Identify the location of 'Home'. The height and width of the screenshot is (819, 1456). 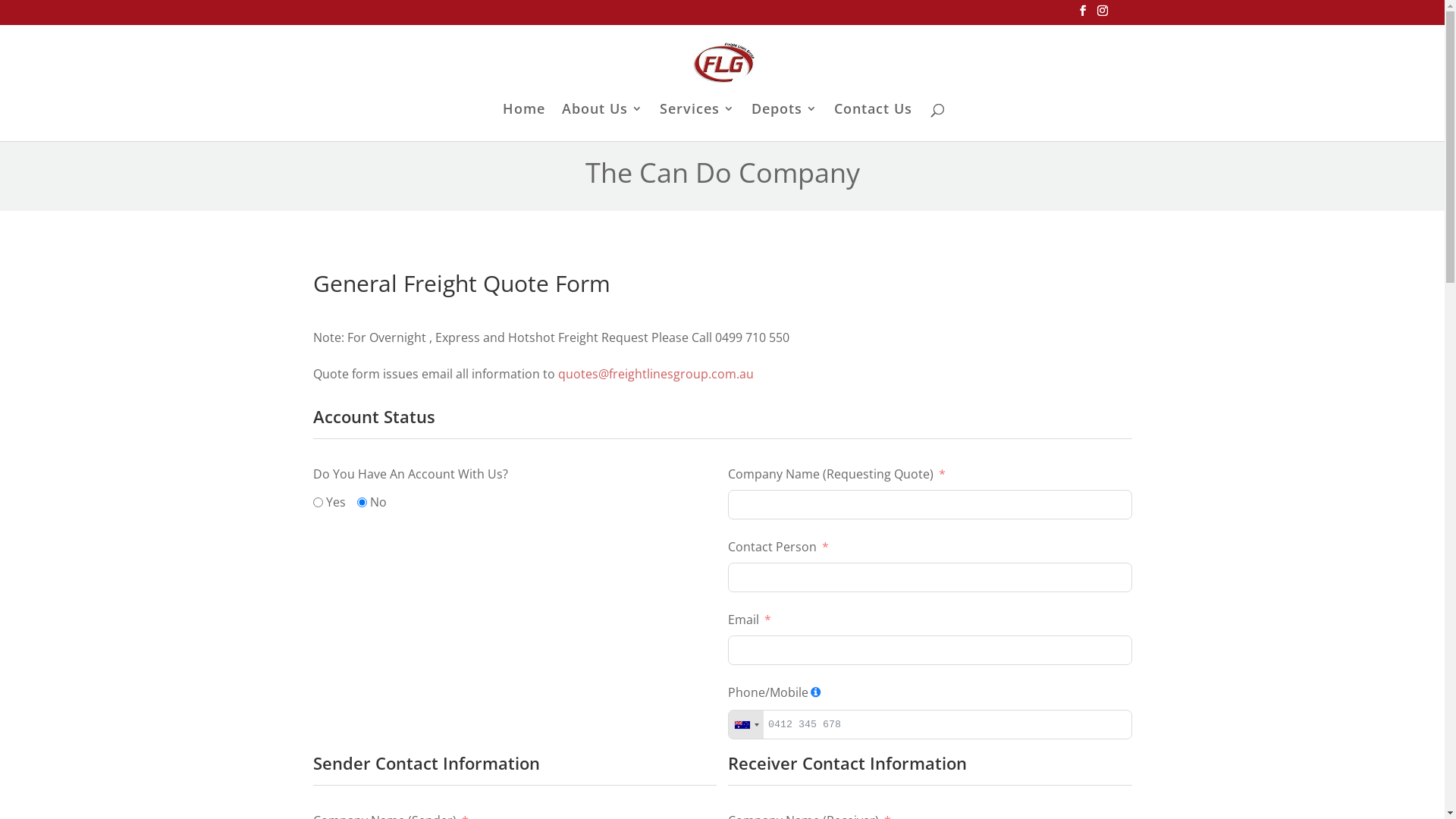
(502, 121).